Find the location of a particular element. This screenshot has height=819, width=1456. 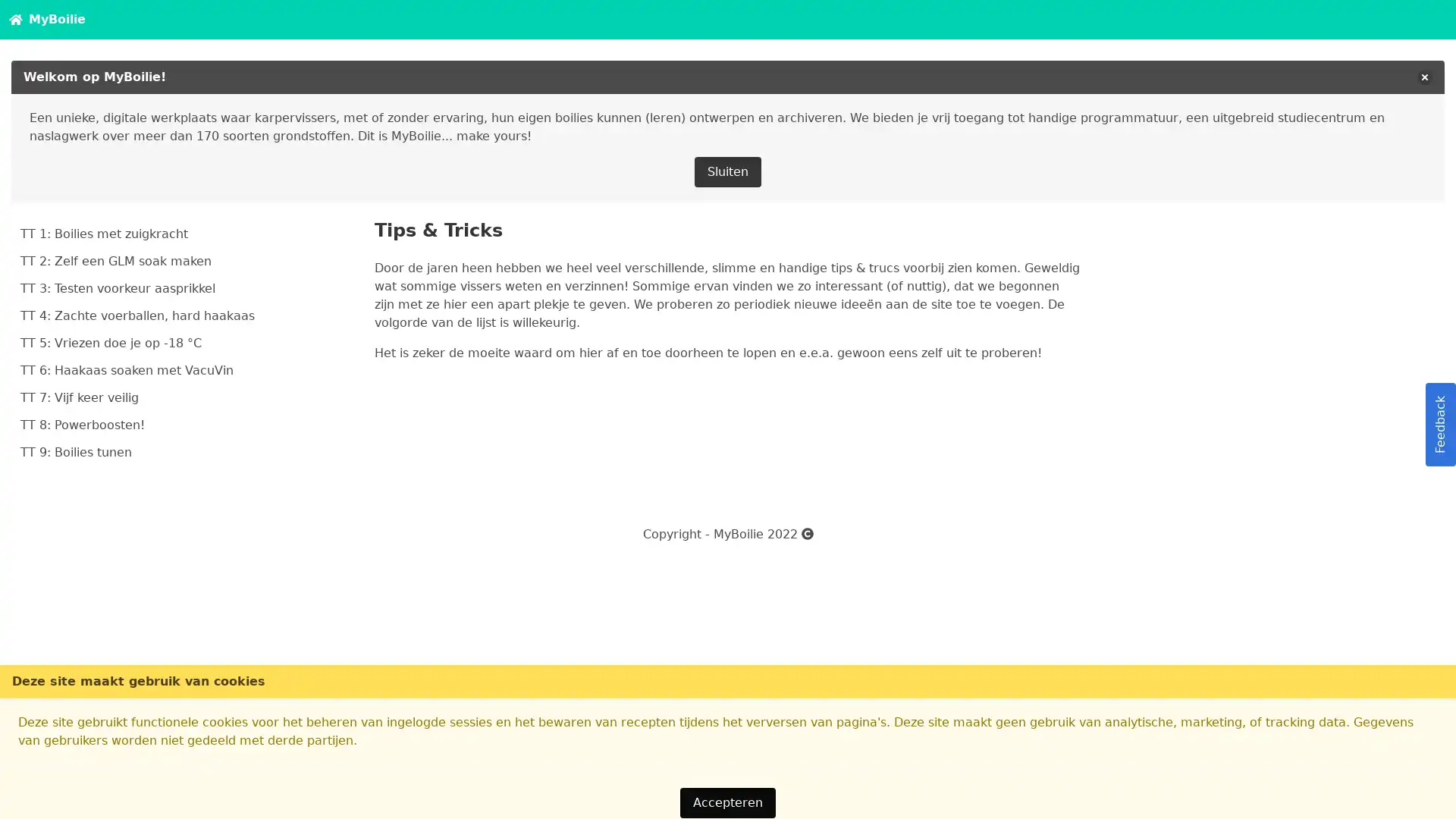

Accepteren is located at coordinates (728, 802).